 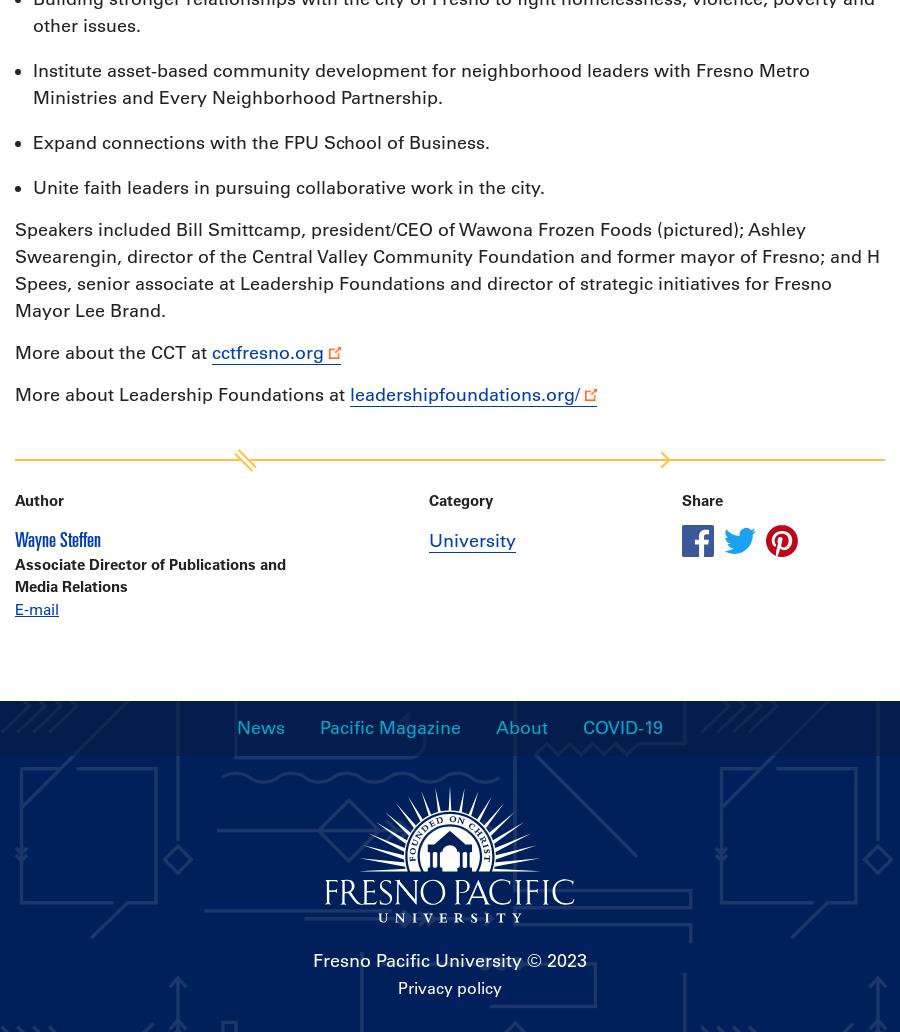 I want to click on 'Speakers included Bill Smittcamp, president/CEO of Wawona Frozen Foods (pictured); Ashley Swearengin, director of the Central Valley Community Foundation and former mayor of Fresno; and H Spees, senior associate at Leadership Foundations and director of strategic initiatives for Fresno Mayor Lee Brand.', so click(x=447, y=270).